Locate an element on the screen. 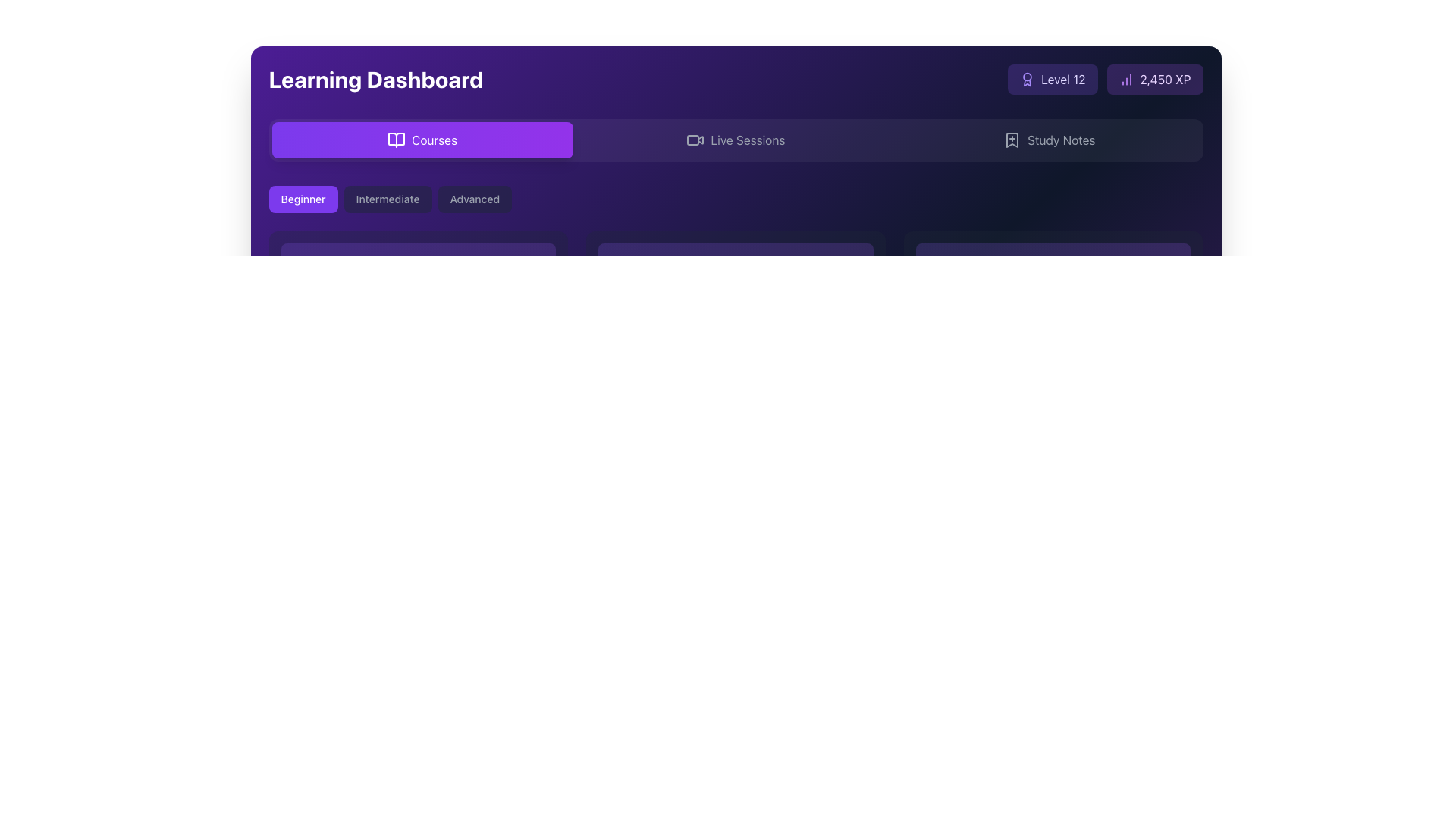 The image size is (1456, 819). the left side of the book icon within the 'Courses' tab is located at coordinates (397, 140).